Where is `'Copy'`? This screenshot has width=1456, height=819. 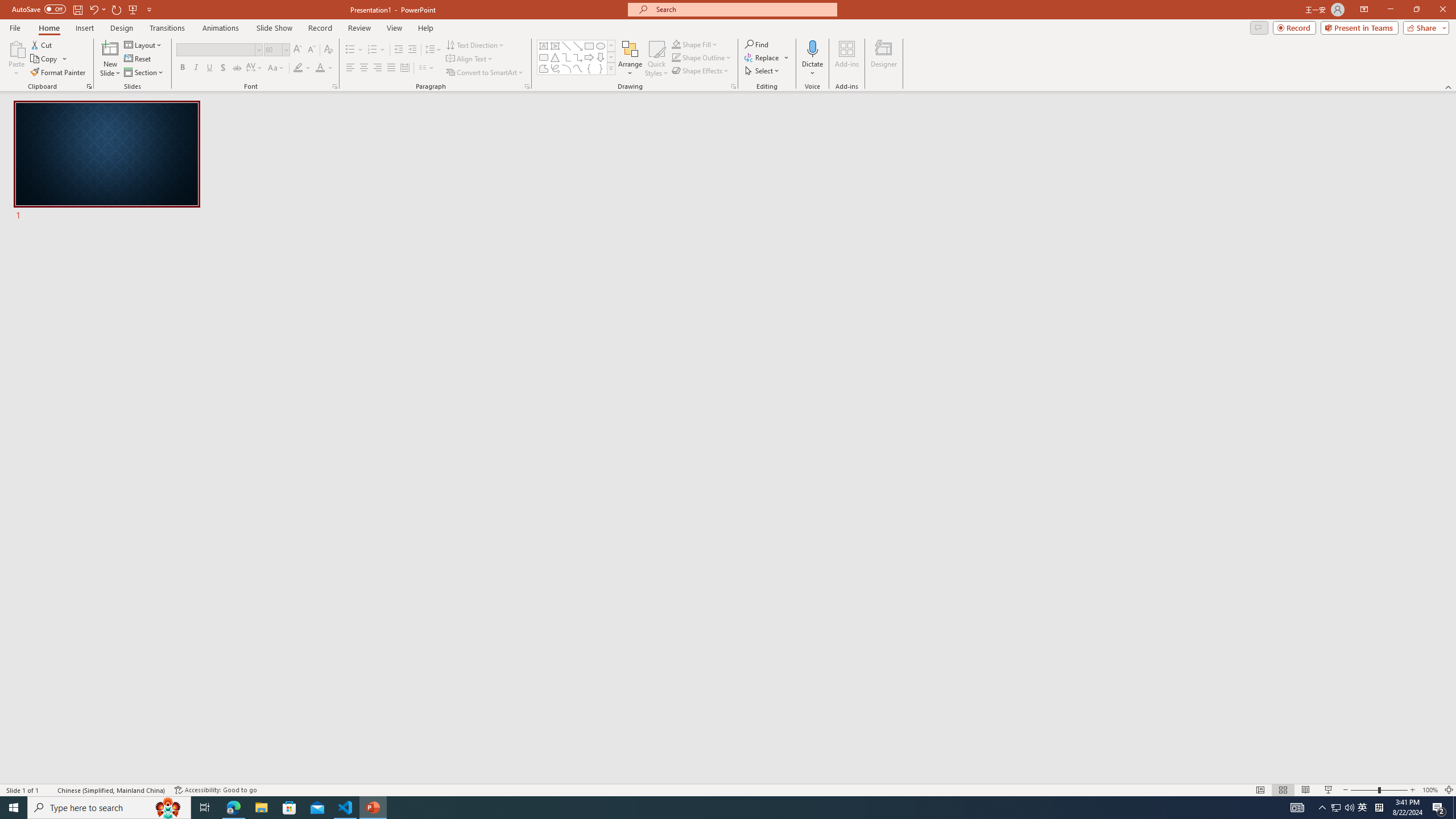 'Copy' is located at coordinates (49, 59).